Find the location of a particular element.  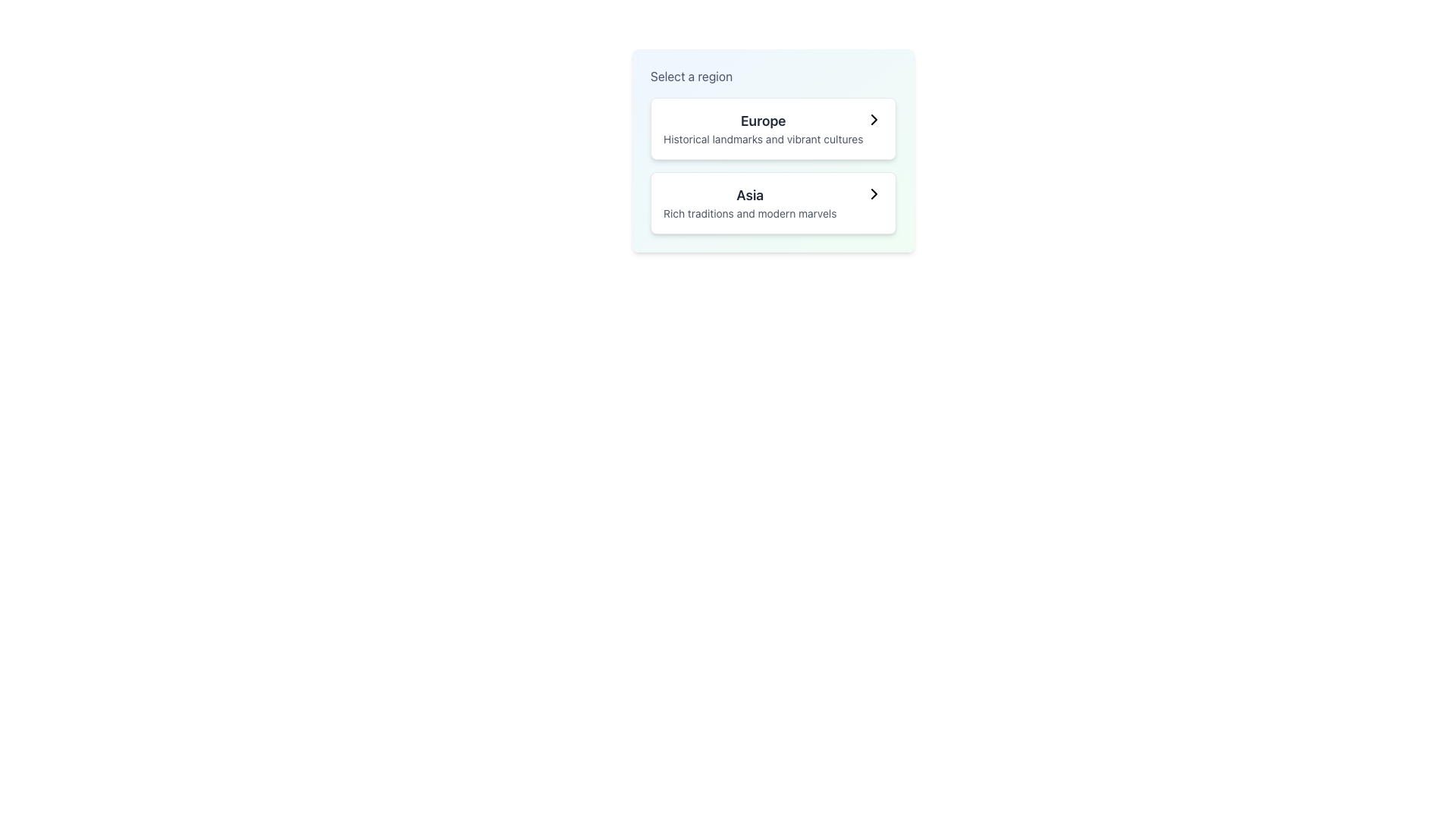

the upper entry text option in the region selection interface is located at coordinates (763, 127).